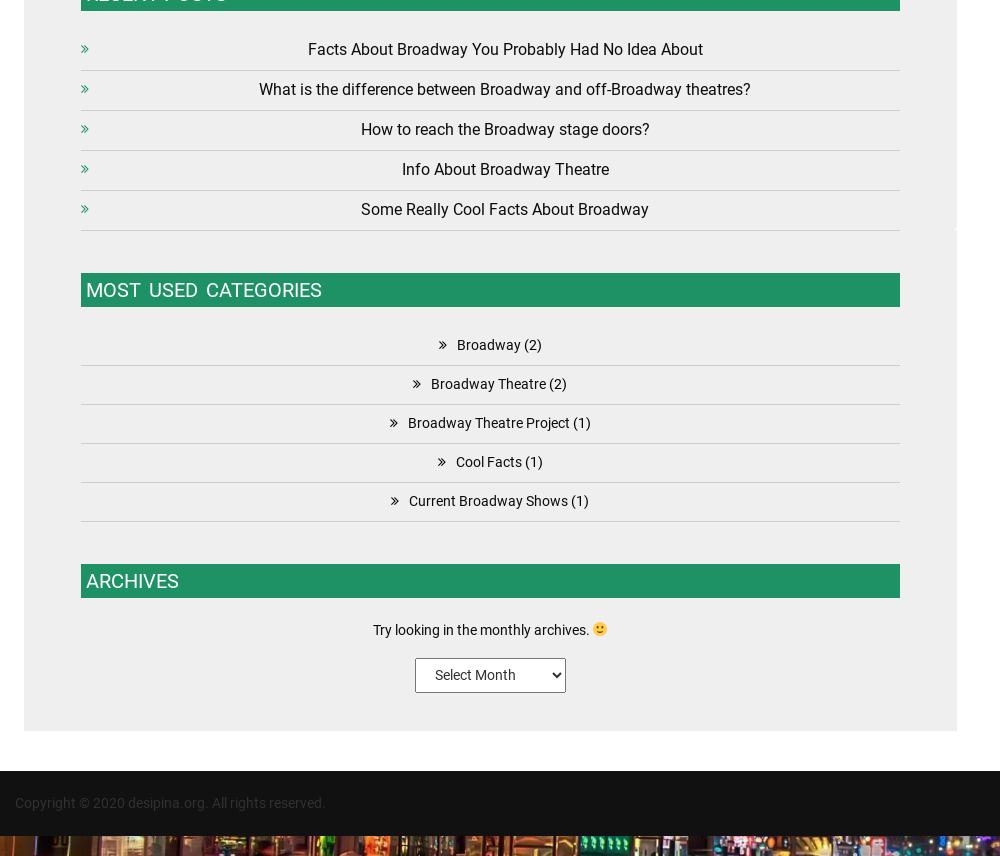  What do you see at coordinates (487, 461) in the screenshot?
I see `'Cool Facts'` at bounding box center [487, 461].